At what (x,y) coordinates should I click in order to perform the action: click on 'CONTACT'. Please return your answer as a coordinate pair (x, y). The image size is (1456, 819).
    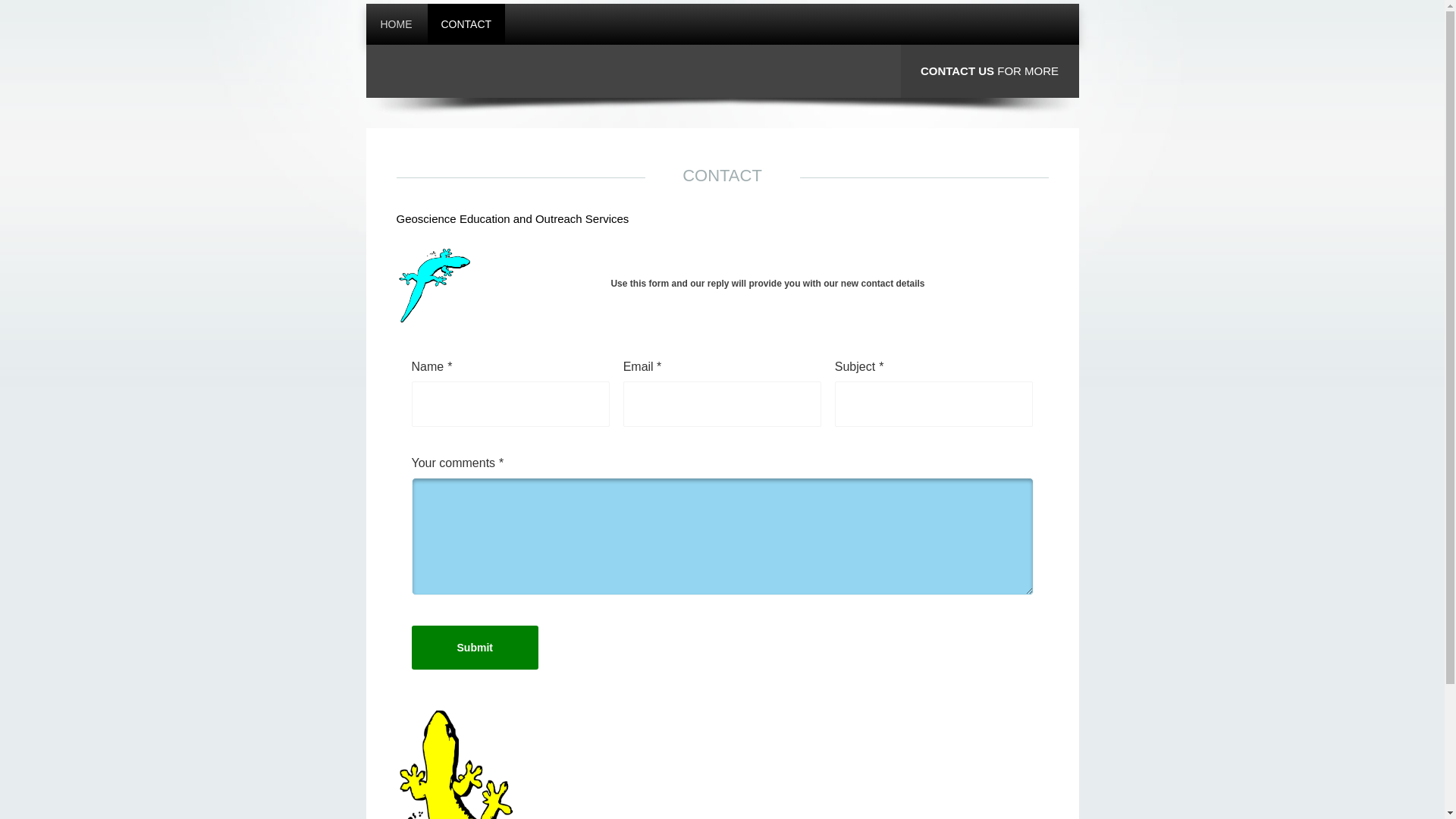
    Looking at the image, I should click on (427, 24).